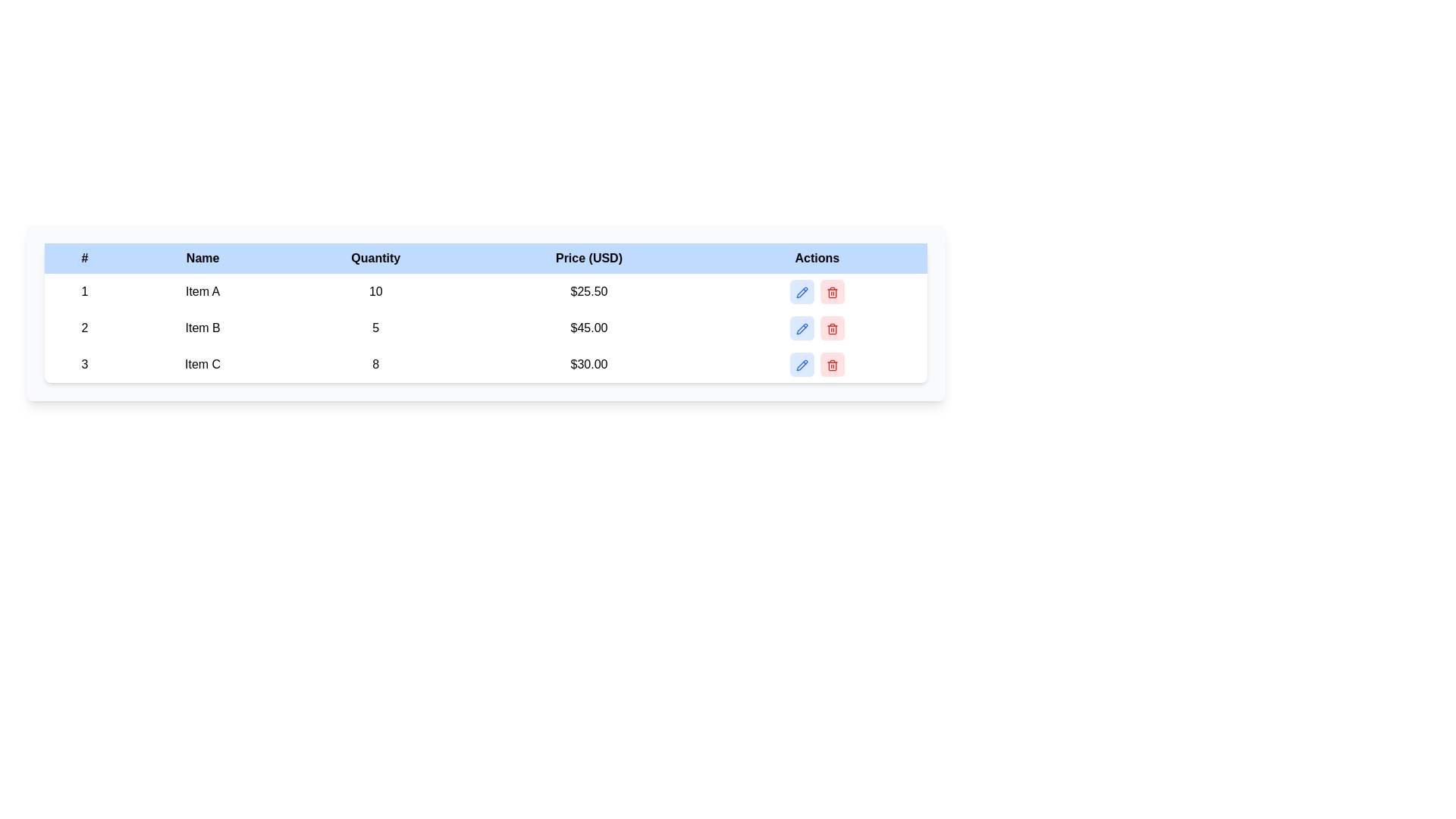 The height and width of the screenshot is (819, 1456). Describe the element at coordinates (83, 292) in the screenshot. I see `the first row of the table by interacting with the leftmost cell containing the text '1'` at that location.